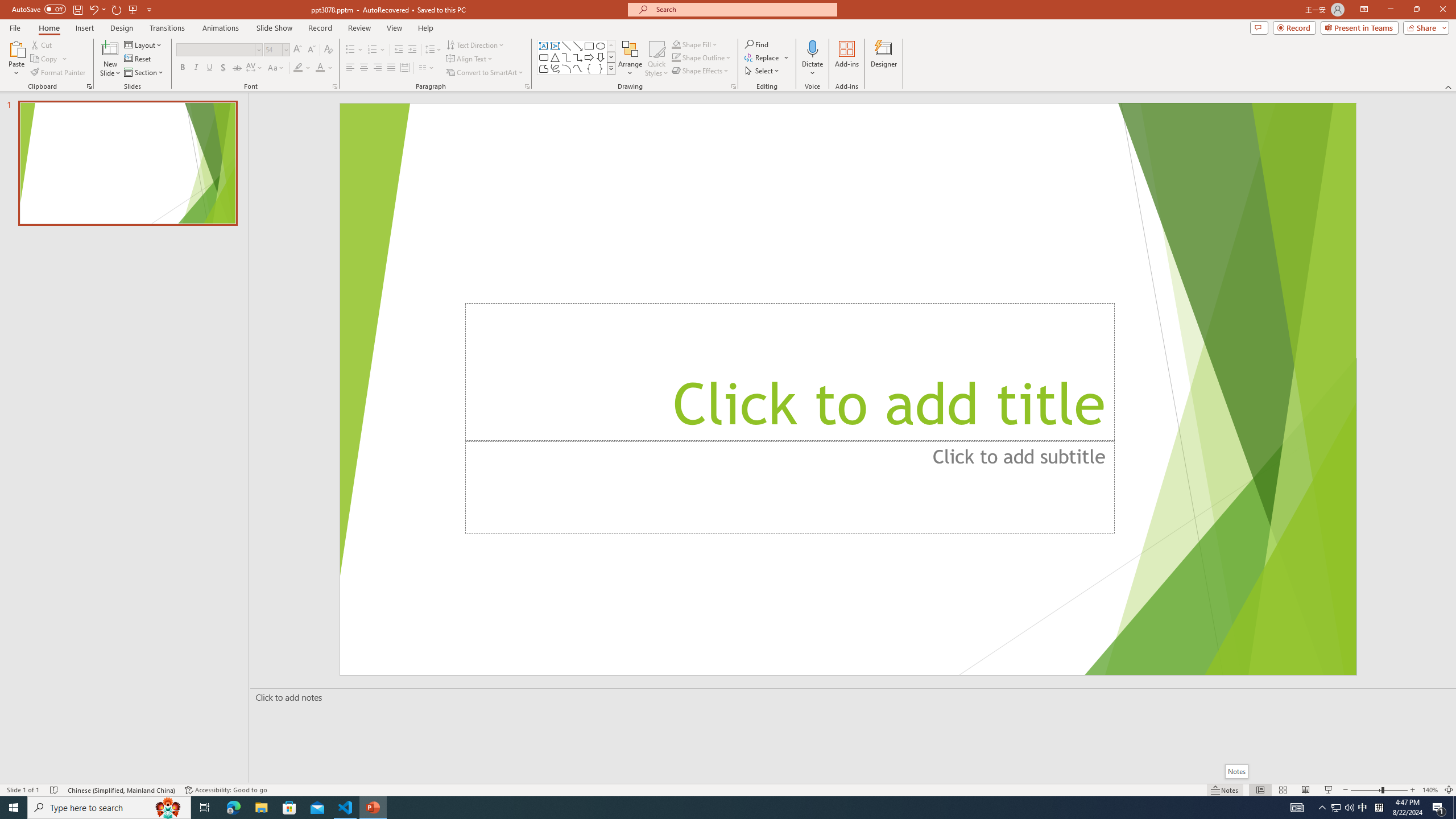  Describe the element at coordinates (1235, 771) in the screenshot. I see `'Notes'` at that location.